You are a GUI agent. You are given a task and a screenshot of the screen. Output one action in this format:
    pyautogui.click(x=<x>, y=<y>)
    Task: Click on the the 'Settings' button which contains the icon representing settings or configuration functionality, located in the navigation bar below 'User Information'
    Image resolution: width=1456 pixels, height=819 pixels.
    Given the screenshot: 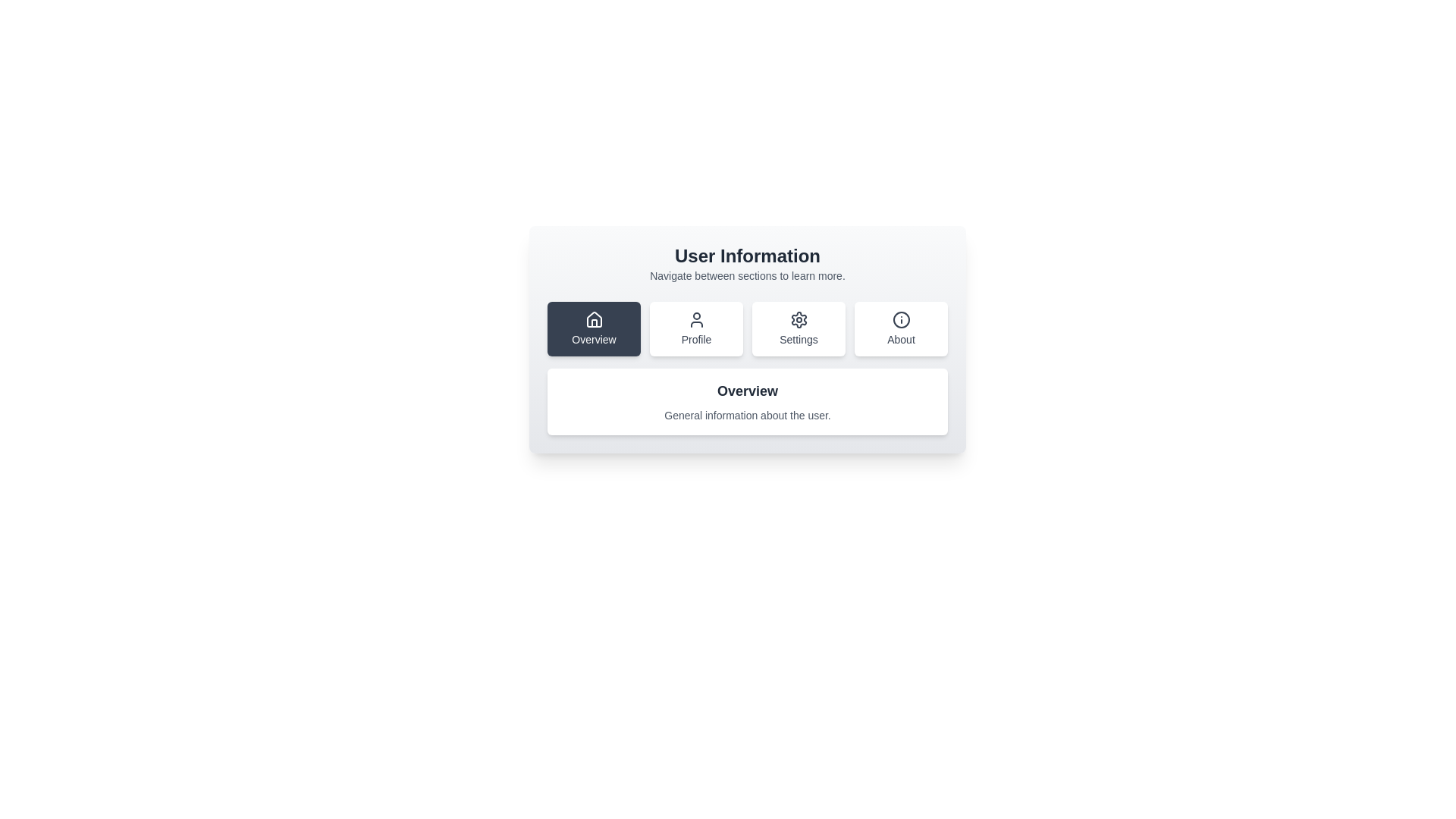 What is the action you would take?
    pyautogui.click(x=798, y=318)
    